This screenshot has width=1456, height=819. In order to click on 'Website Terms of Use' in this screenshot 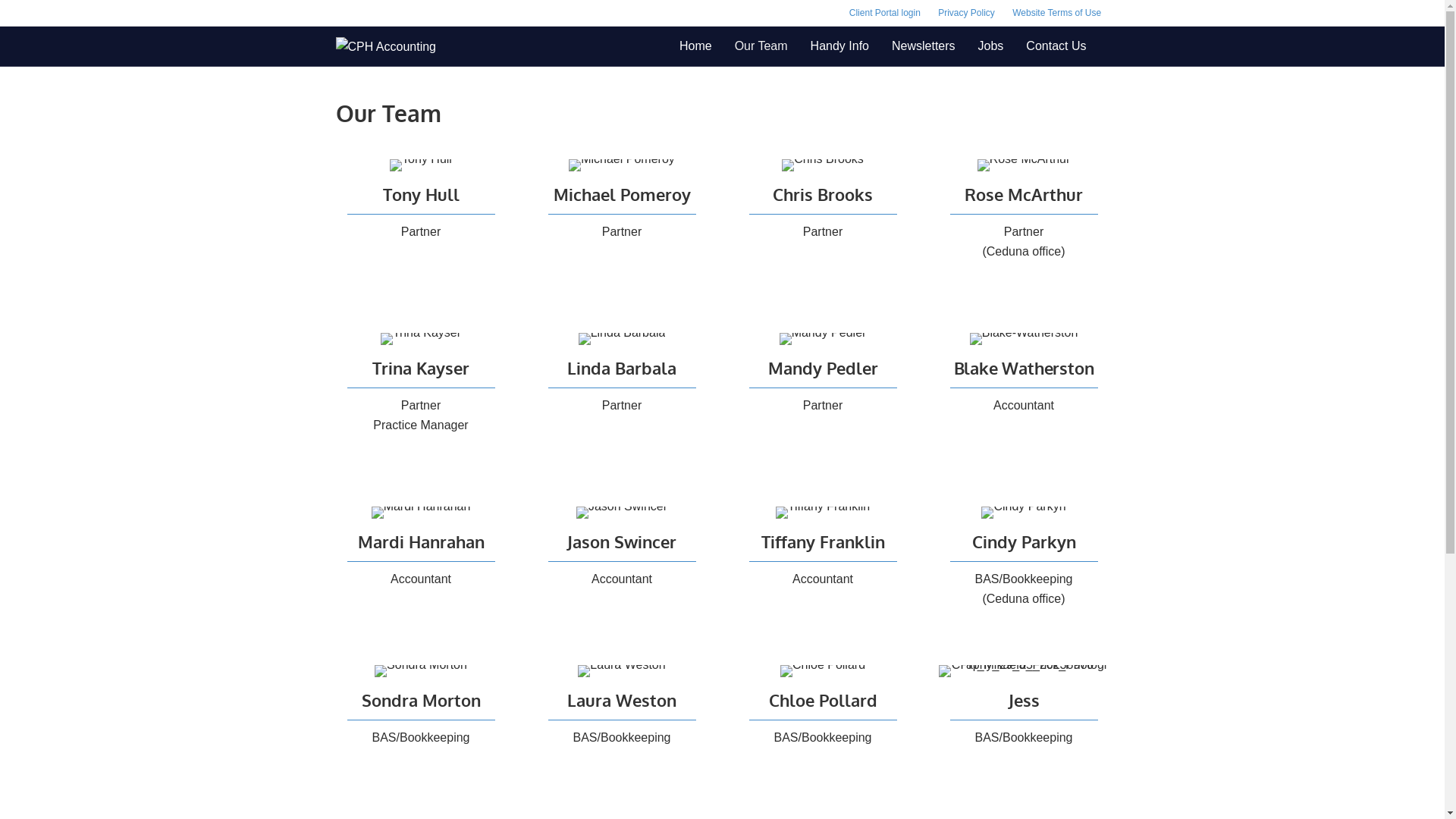, I will do `click(1056, 12)`.